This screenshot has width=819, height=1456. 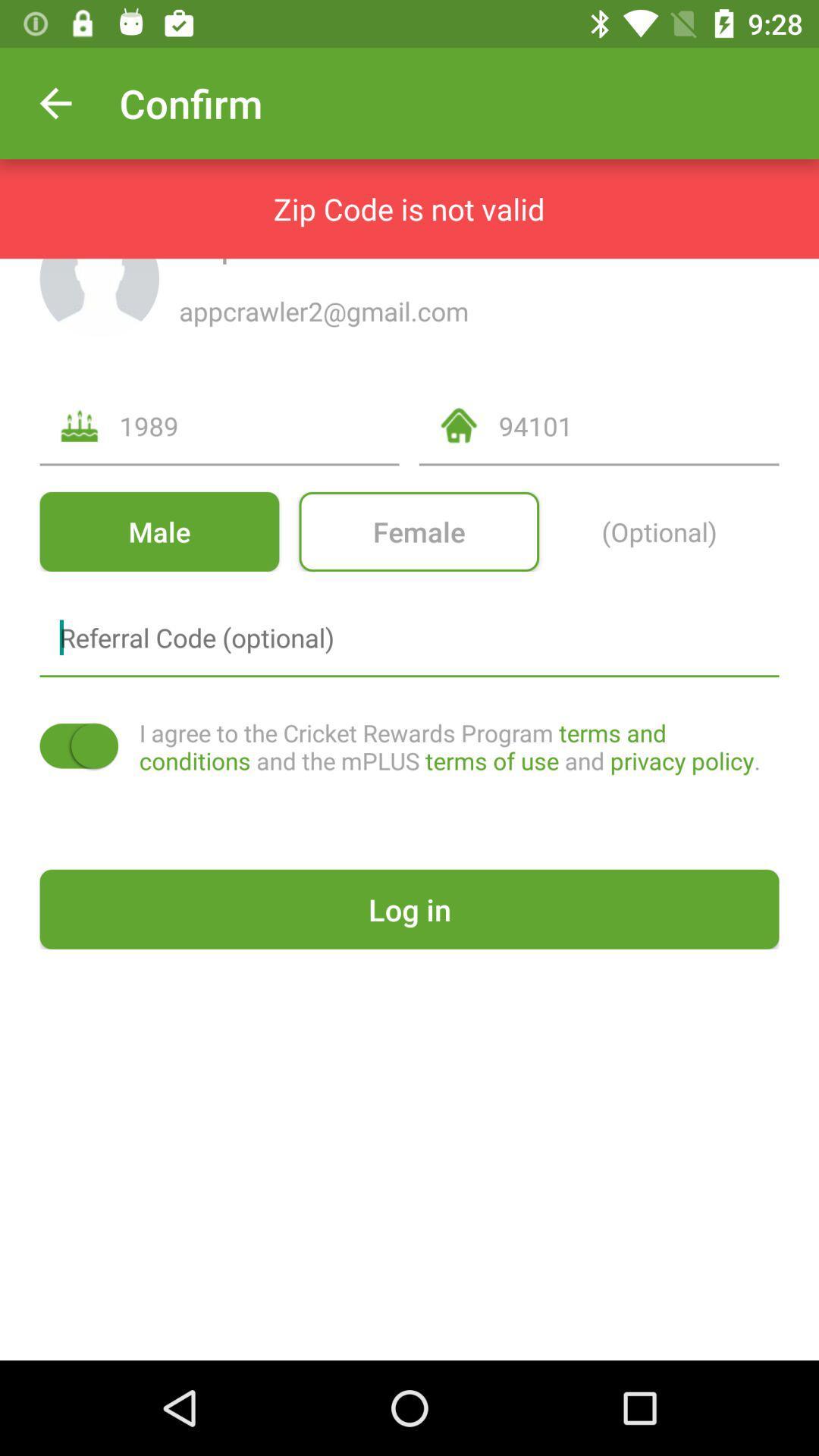 I want to click on icon above female, so click(x=639, y=425).